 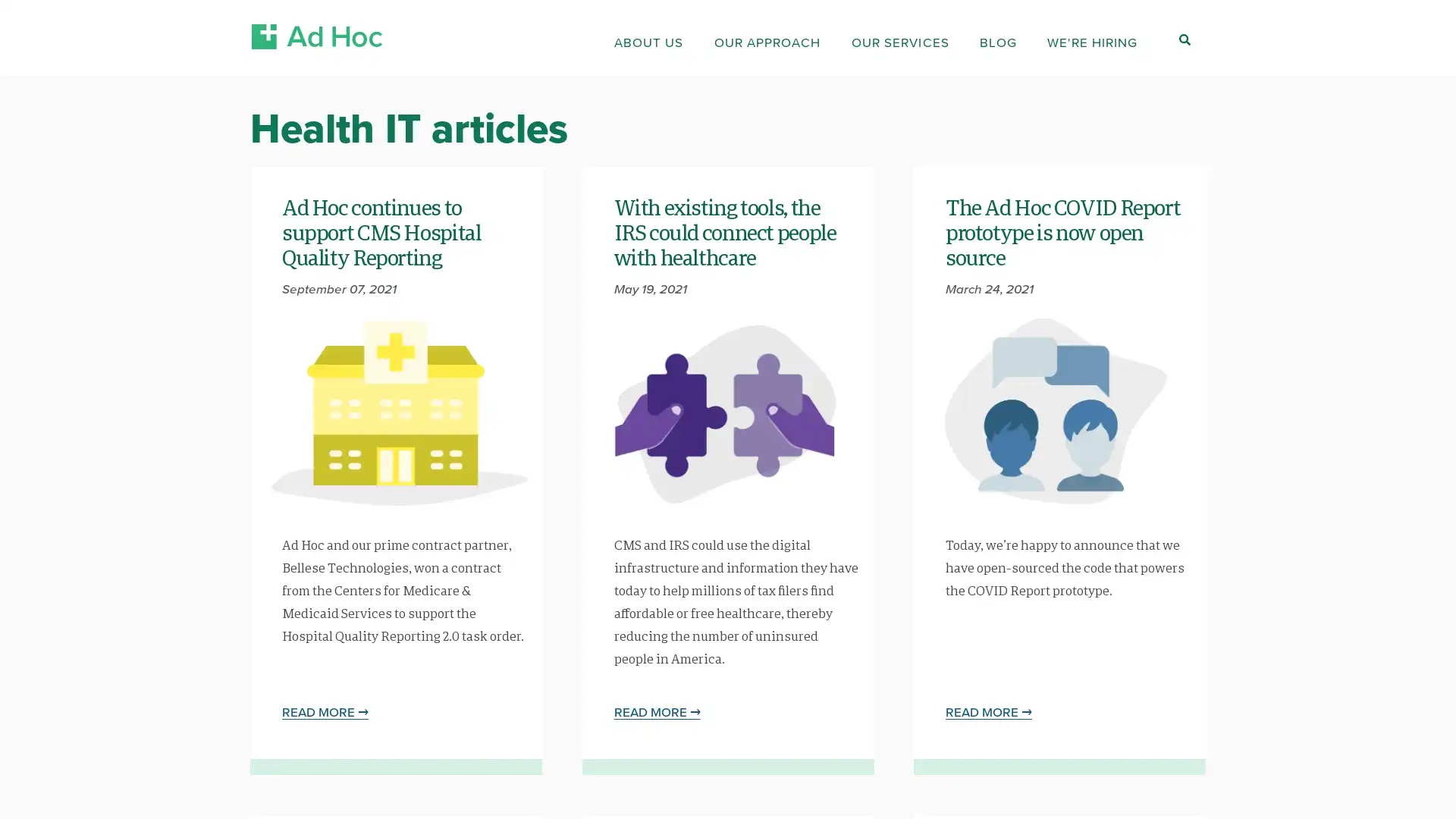 I want to click on Reveal Search Form, so click(x=1183, y=39).